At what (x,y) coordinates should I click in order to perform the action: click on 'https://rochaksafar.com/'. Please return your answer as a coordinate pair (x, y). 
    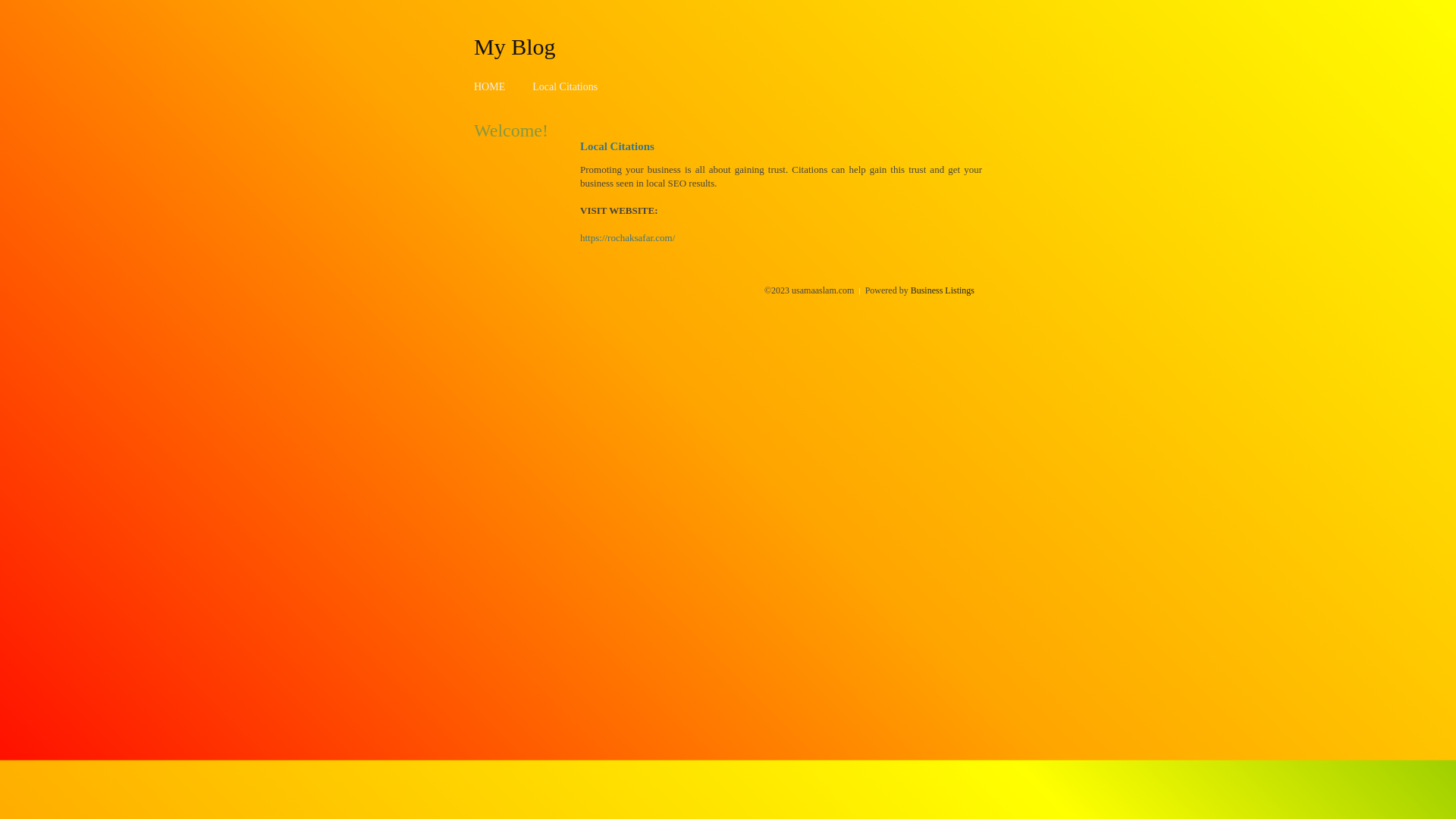
    Looking at the image, I should click on (627, 237).